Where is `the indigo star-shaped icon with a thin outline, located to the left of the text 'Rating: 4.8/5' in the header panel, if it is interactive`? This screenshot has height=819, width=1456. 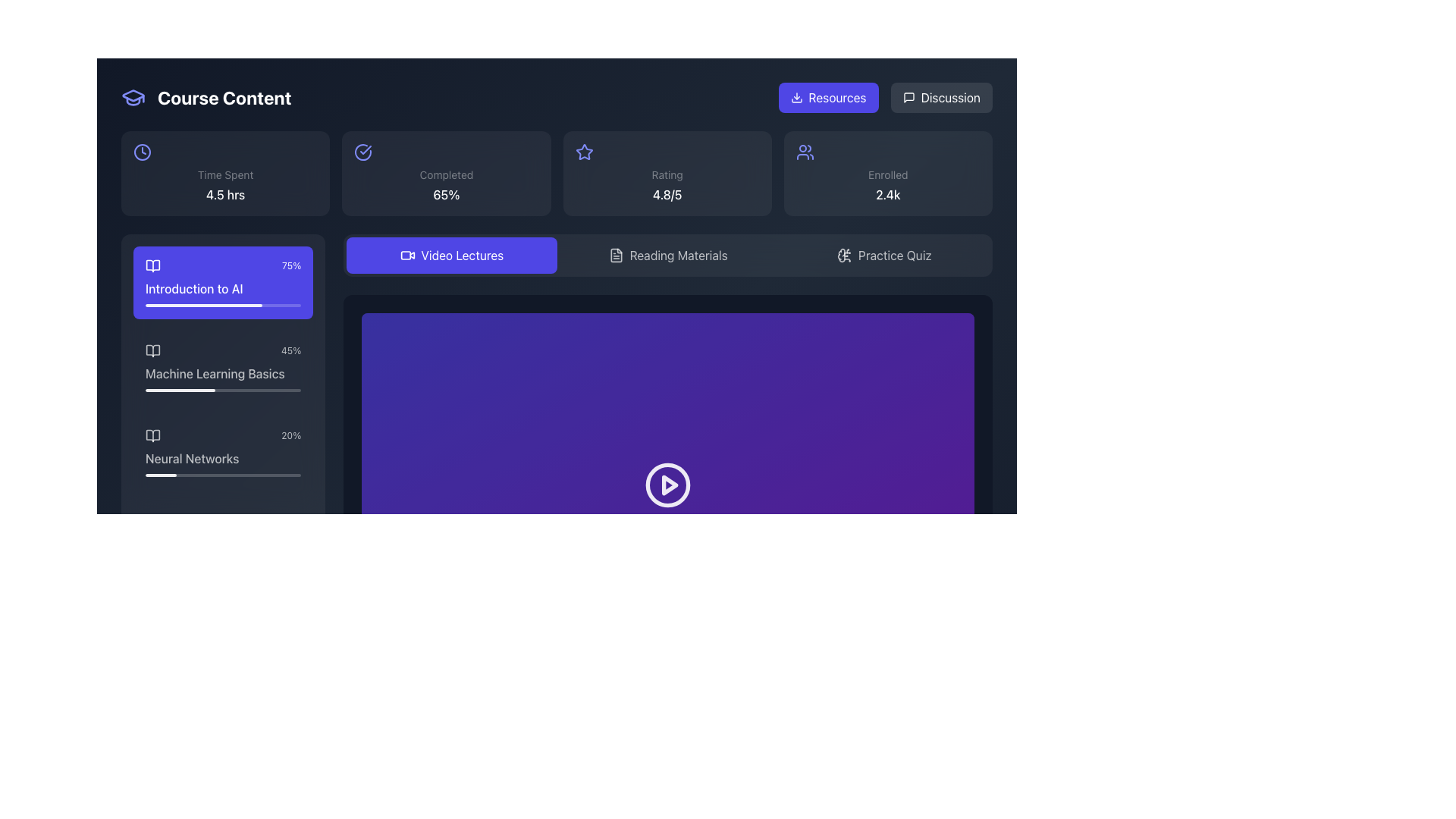 the indigo star-shaped icon with a thin outline, located to the left of the text 'Rating: 4.8/5' in the header panel, if it is interactive is located at coordinates (583, 152).